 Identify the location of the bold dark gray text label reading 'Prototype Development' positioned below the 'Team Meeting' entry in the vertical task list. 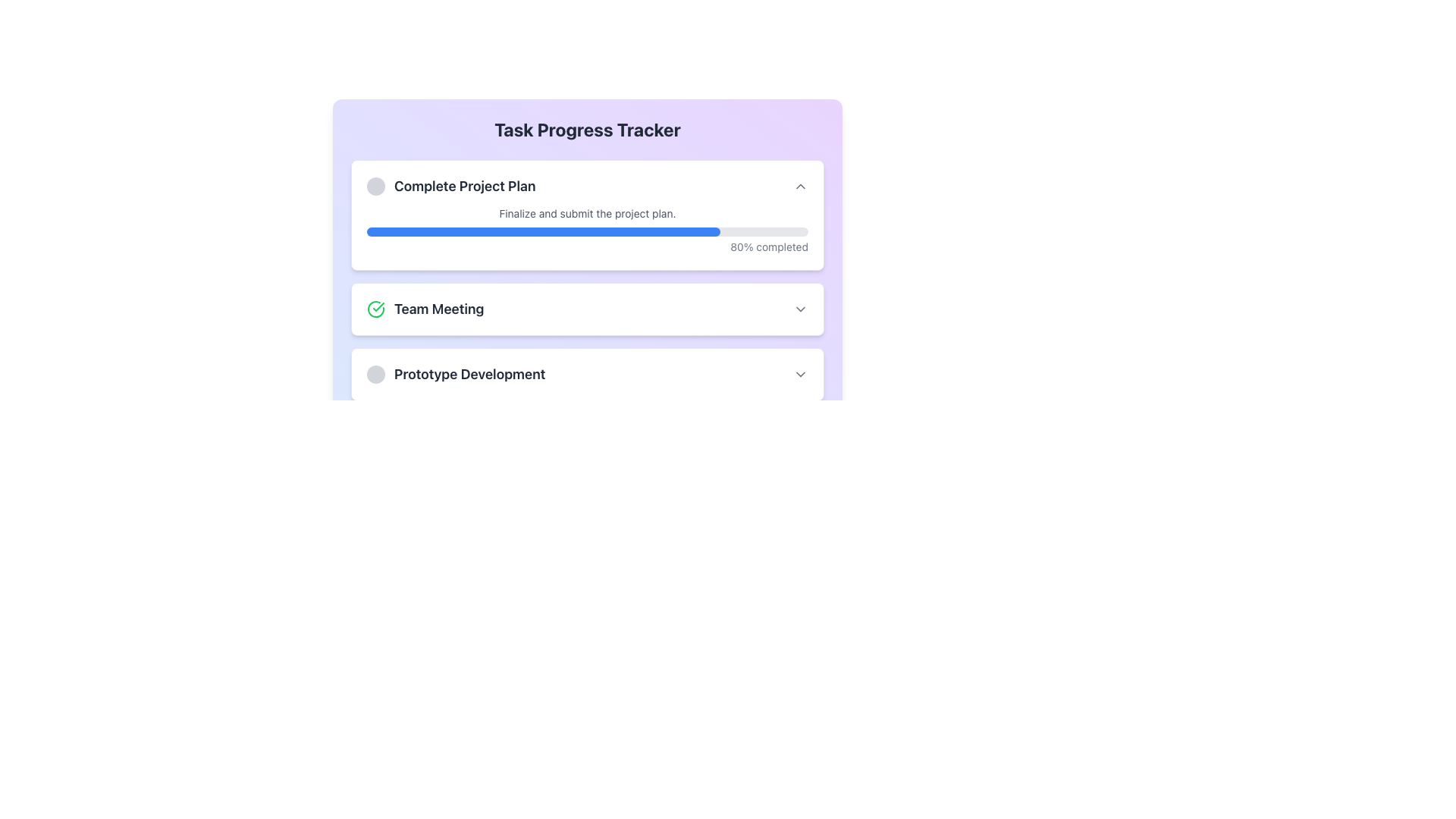
(469, 374).